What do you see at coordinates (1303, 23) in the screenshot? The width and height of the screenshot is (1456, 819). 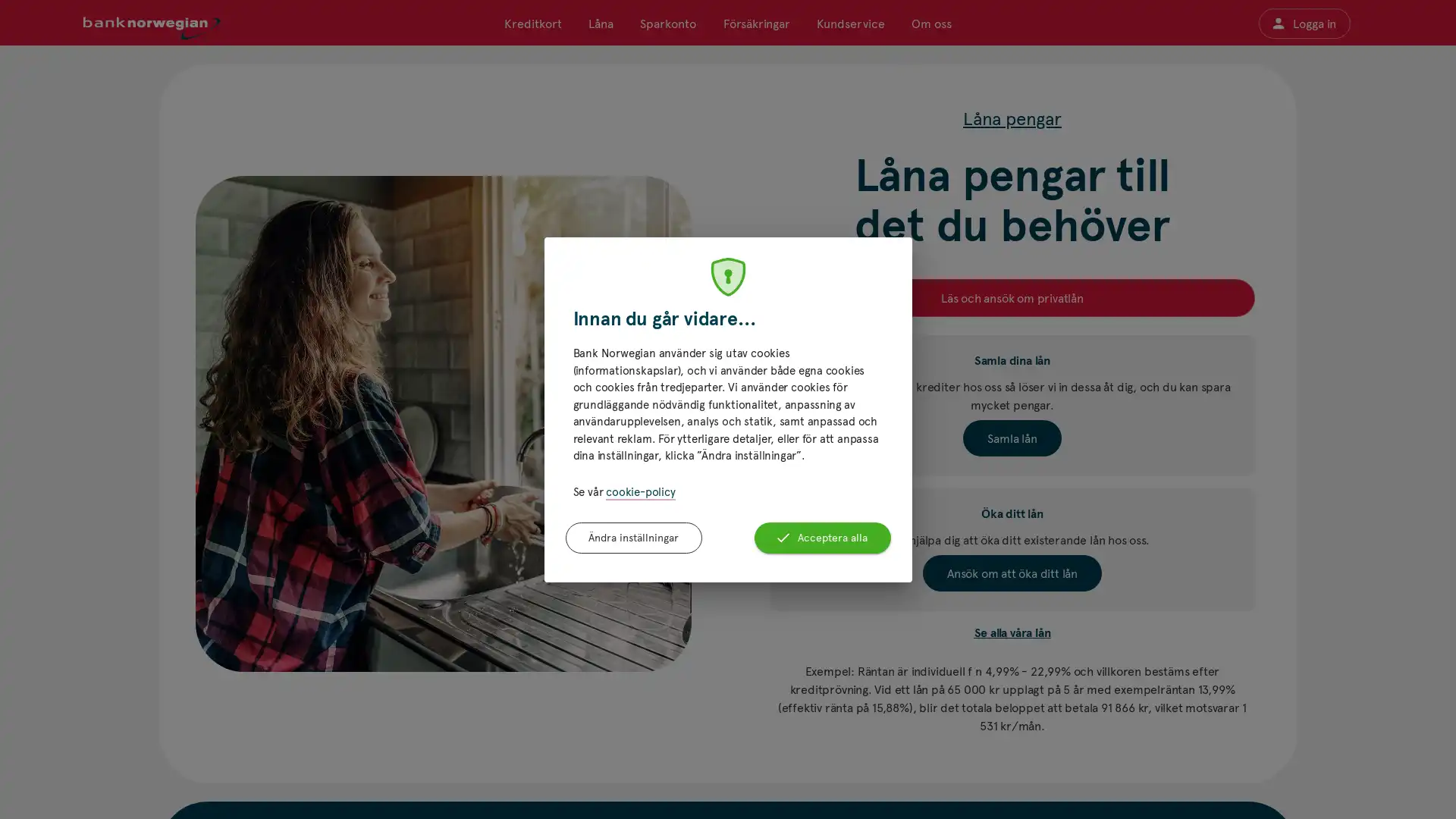 I see `Logga in` at bounding box center [1303, 23].